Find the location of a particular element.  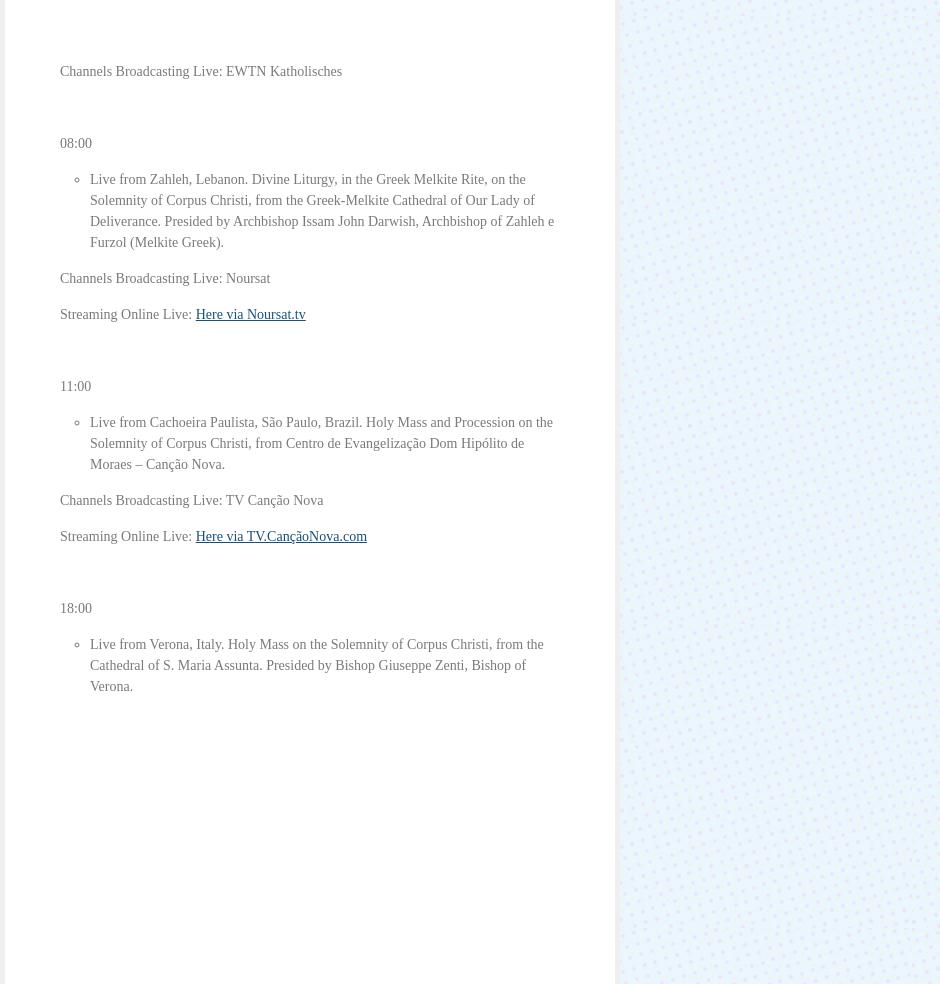

'Live from Verona, Italy. Holy Mass on the Solemnity of Corpus Christi, from the Cathedral of S. Maria Assunta. Presided by Bishop Giuseppe Zenti, Bishop of Verona.' is located at coordinates (316, 665).